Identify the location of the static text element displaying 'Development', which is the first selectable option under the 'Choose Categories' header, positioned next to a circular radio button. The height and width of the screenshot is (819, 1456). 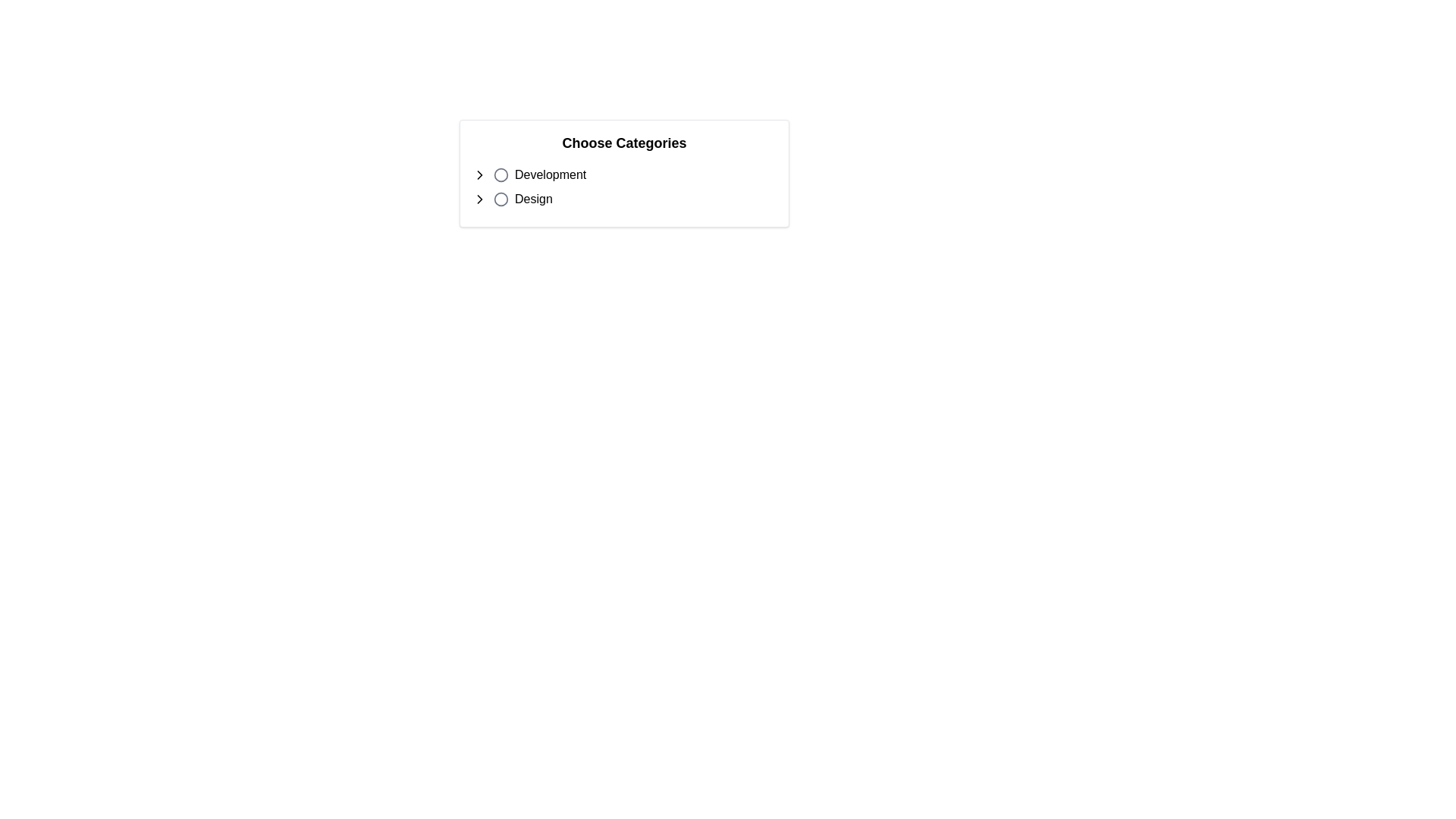
(550, 174).